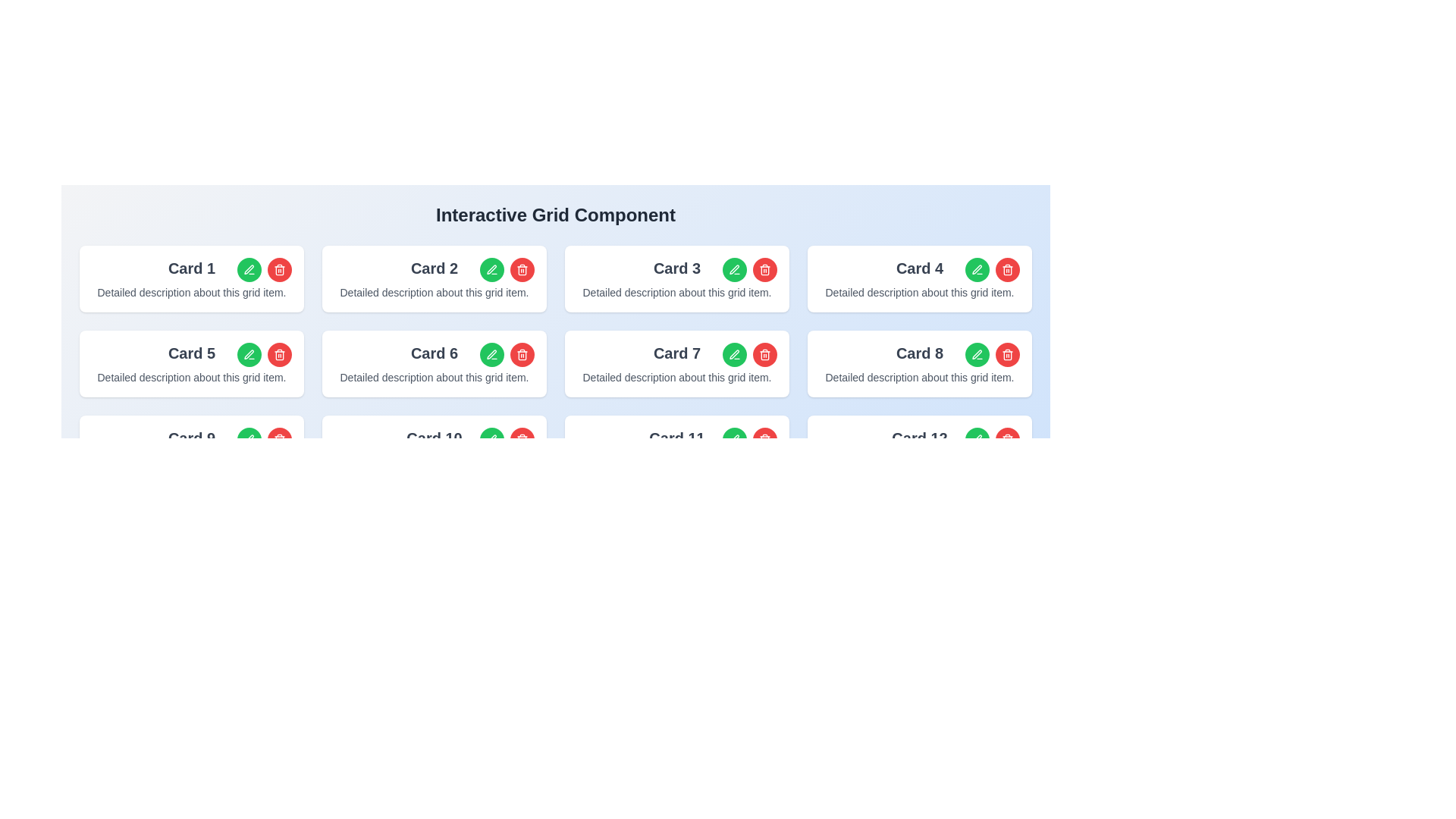 The width and height of the screenshot is (1456, 819). What do you see at coordinates (280, 441) in the screenshot?
I see `the delete IconButton located at the bottom-right corner of 'Card 6' in the grid` at bounding box center [280, 441].